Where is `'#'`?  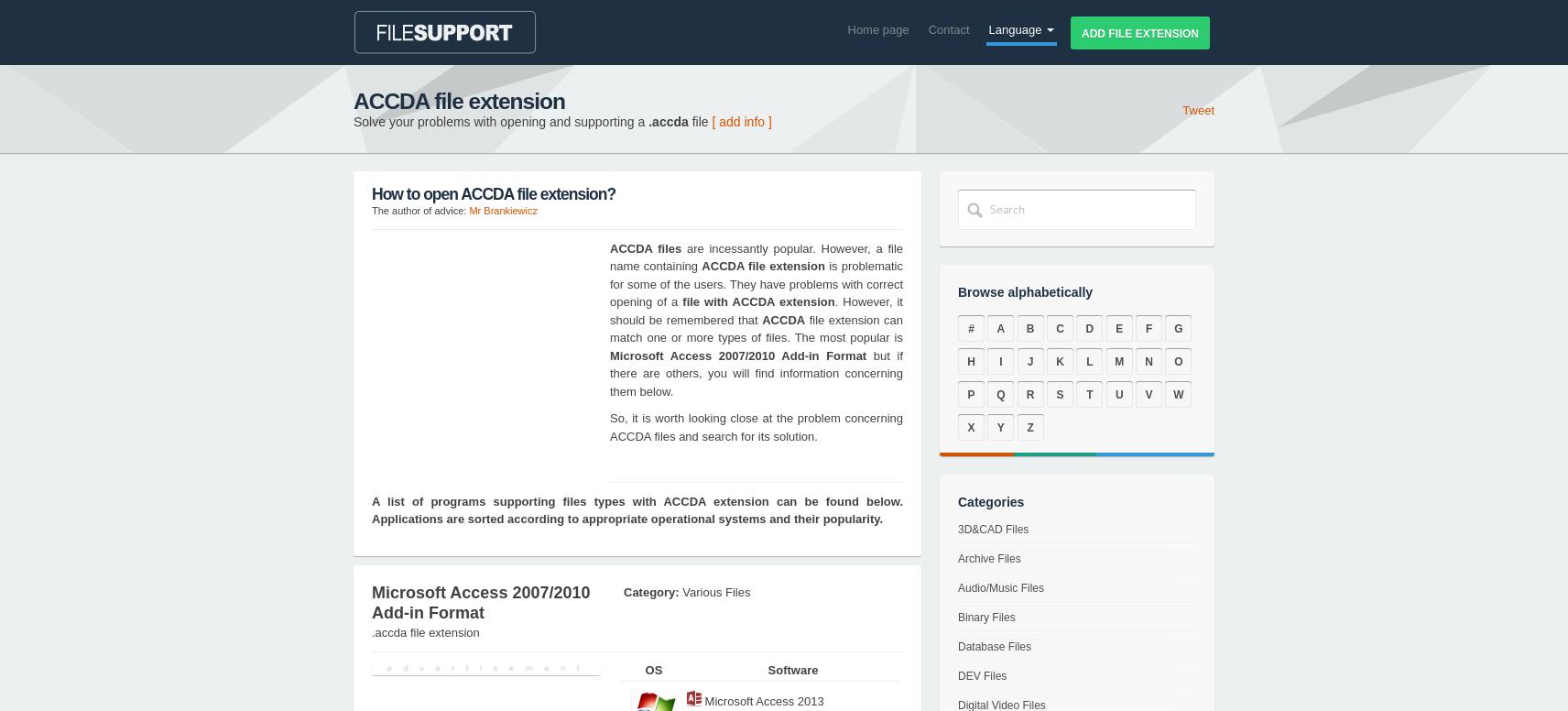
'#' is located at coordinates (970, 327).